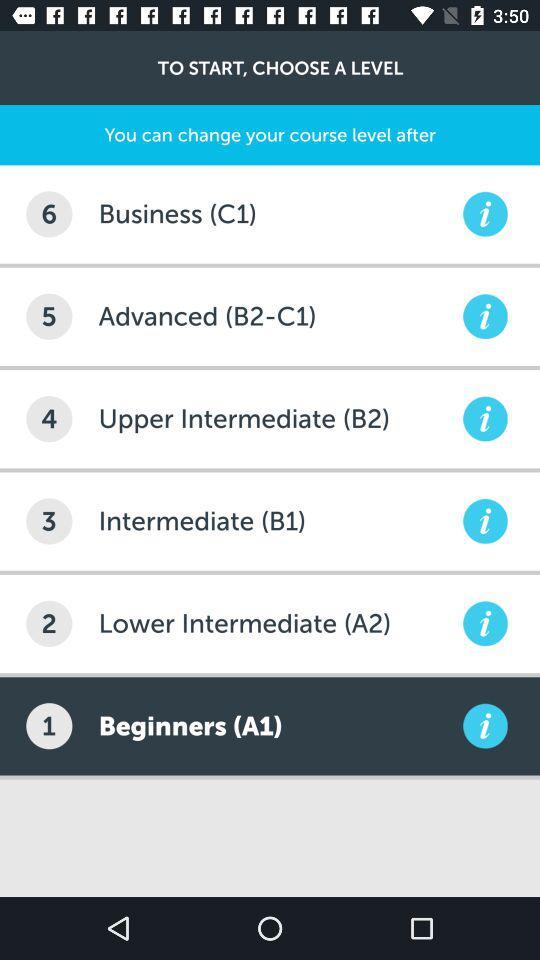 This screenshot has width=540, height=960. Describe the element at coordinates (484, 214) in the screenshot. I see `information` at that location.